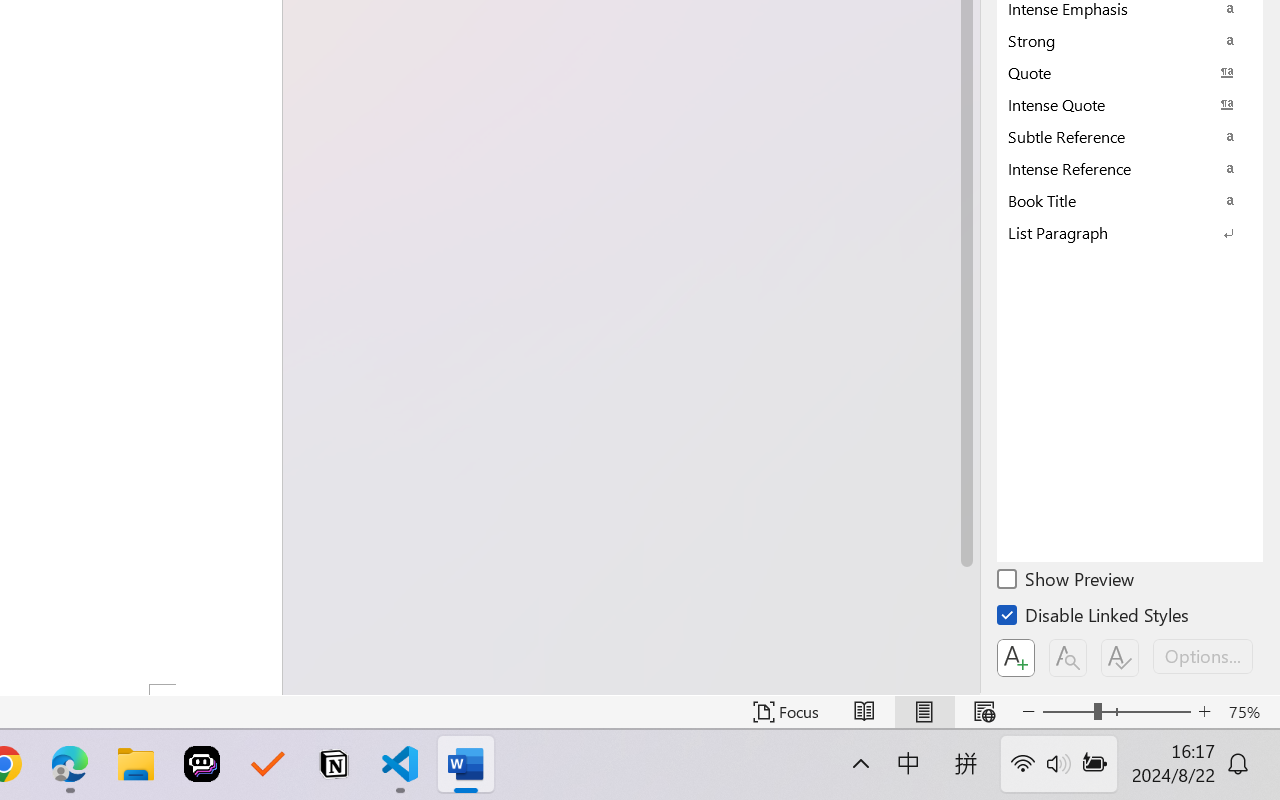  What do you see at coordinates (1130, 103) in the screenshot?
I see `'Intense Quote'` at bounding box center [1130, 103].